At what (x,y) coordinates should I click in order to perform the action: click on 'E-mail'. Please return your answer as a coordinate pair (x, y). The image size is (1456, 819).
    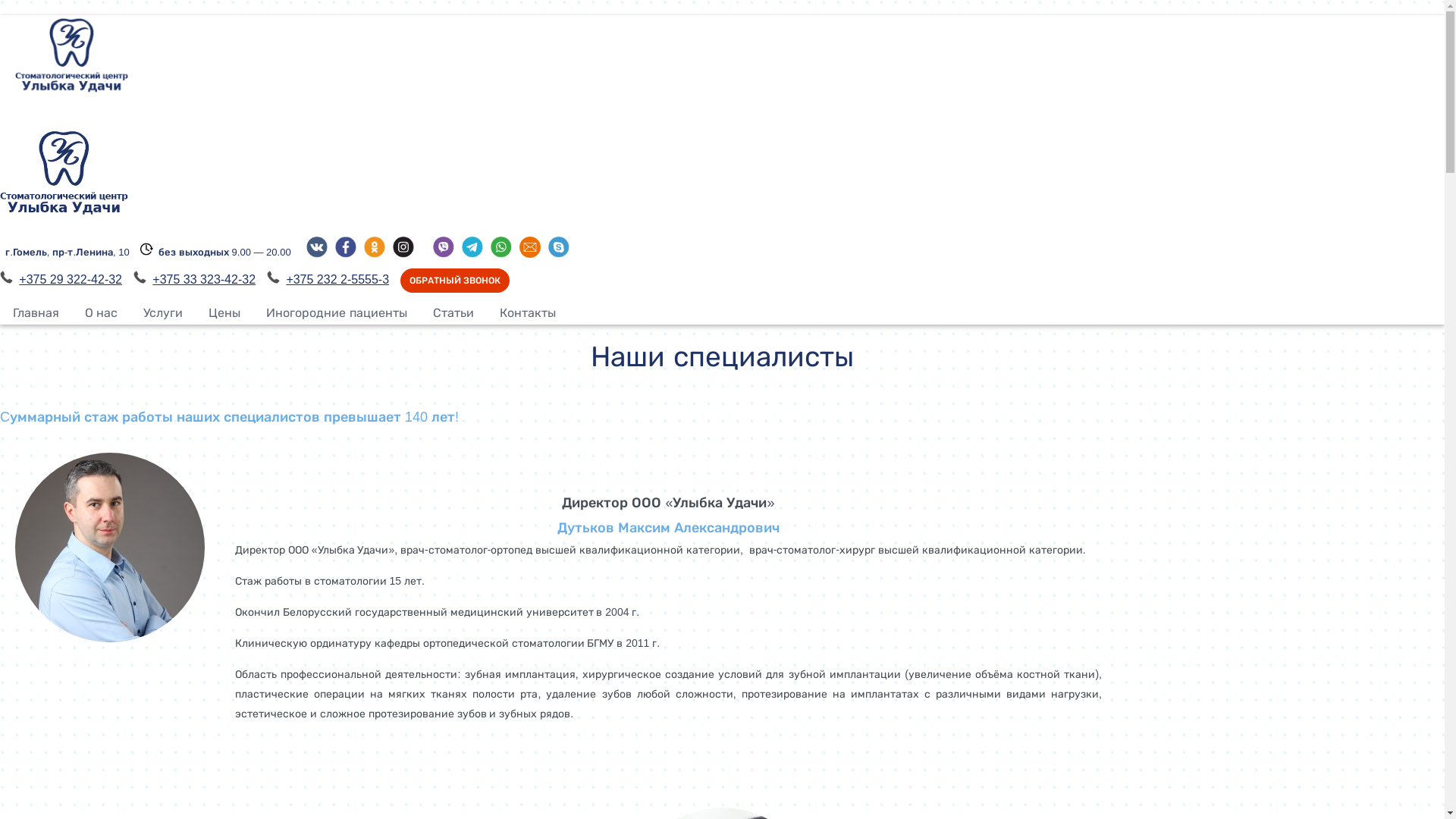
    Looking at the image, I should click on (519, 251).